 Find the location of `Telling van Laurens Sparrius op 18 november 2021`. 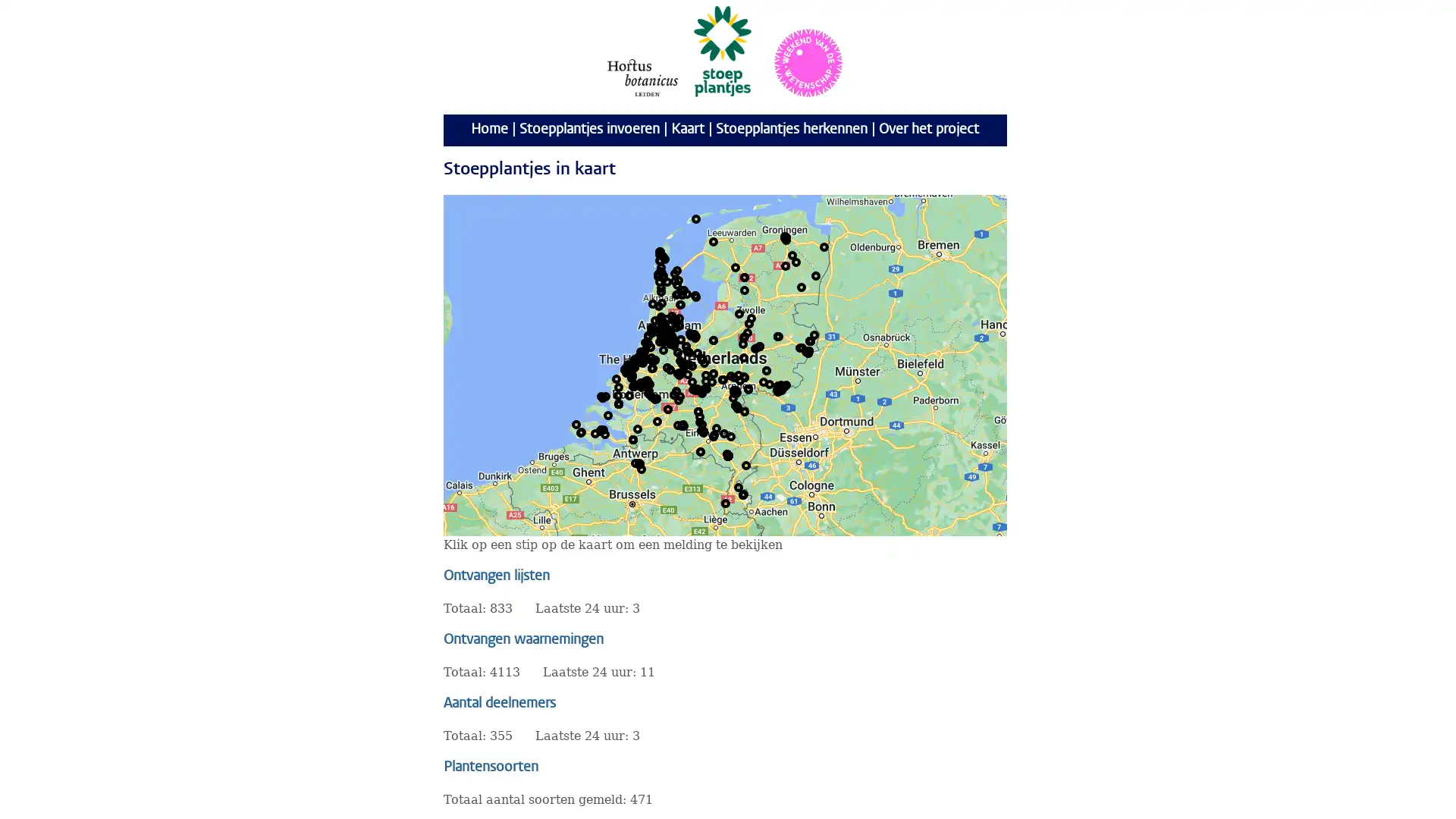

Telling van Laurens Sparrius op 18 november 2021 is located at coordinates (737, 391).